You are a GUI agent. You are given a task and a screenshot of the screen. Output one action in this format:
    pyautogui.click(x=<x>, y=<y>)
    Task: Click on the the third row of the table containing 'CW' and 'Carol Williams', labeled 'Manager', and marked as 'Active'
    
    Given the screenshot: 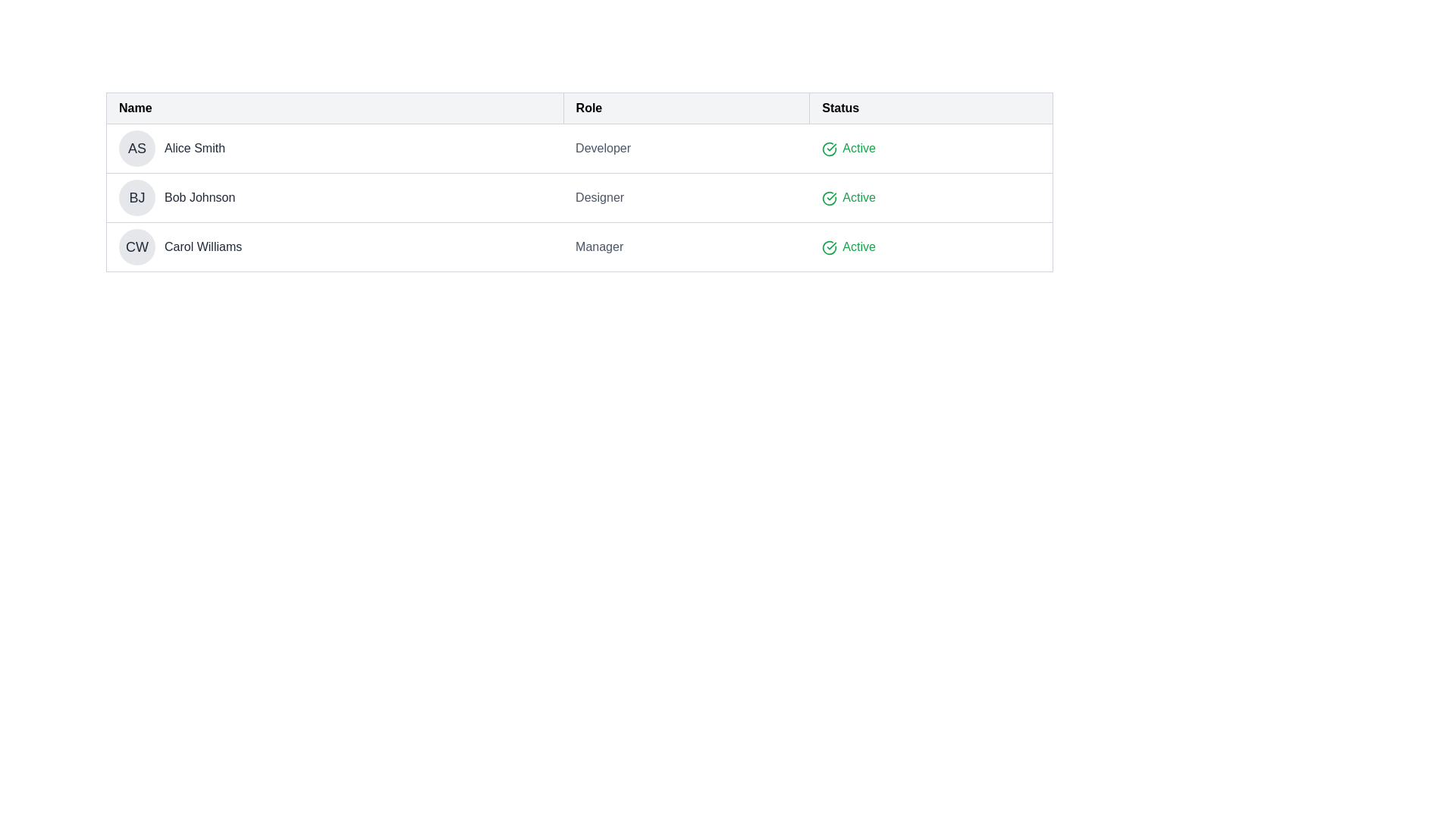 What is the action you would take?
    pyautogui.click(x=579, y=246)
    